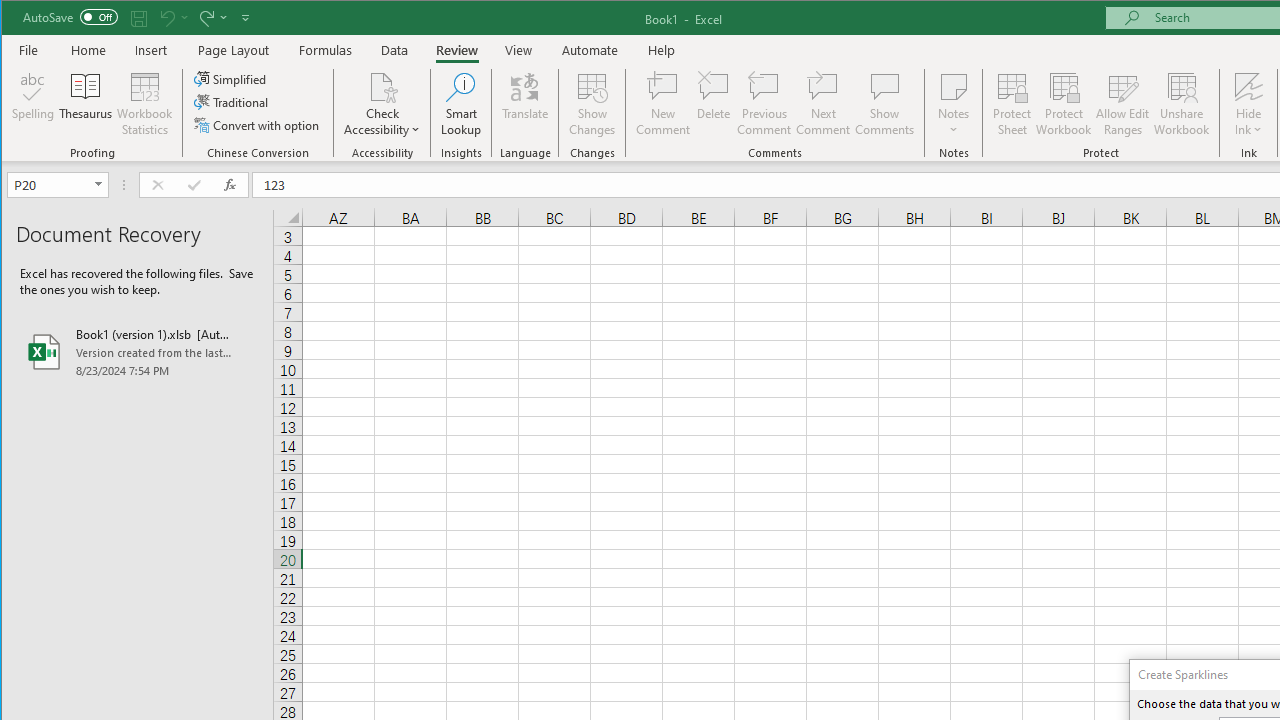 Image resolution: width=1280 pixels, height=720 pixels. What do you see at coordinates (382, 85) in the screenshot?
I see `'Check Accessibility'` at bounding box center [382, 85].